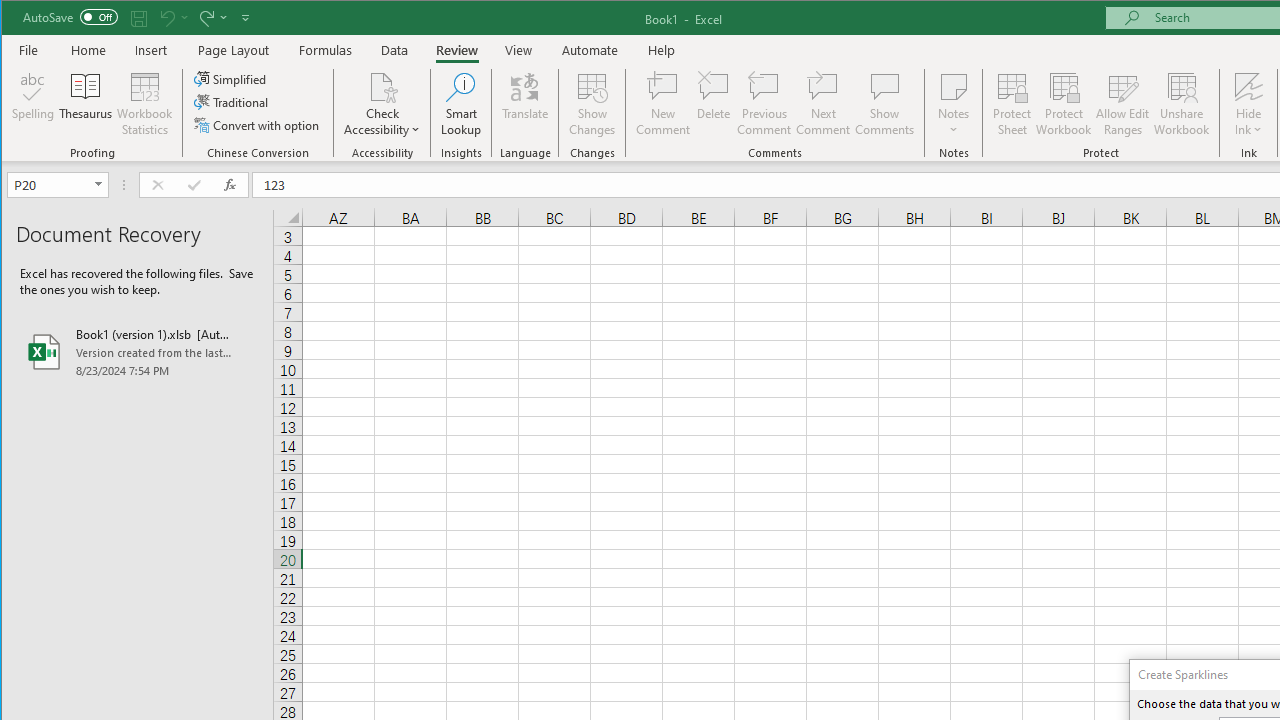 Image resolution: width=1280 pixels, height=720 pixels. What do you see at coordinates (382, 85) in the screenshot?
I see `'Check Accessibility'` at bounding box center [382, 85].